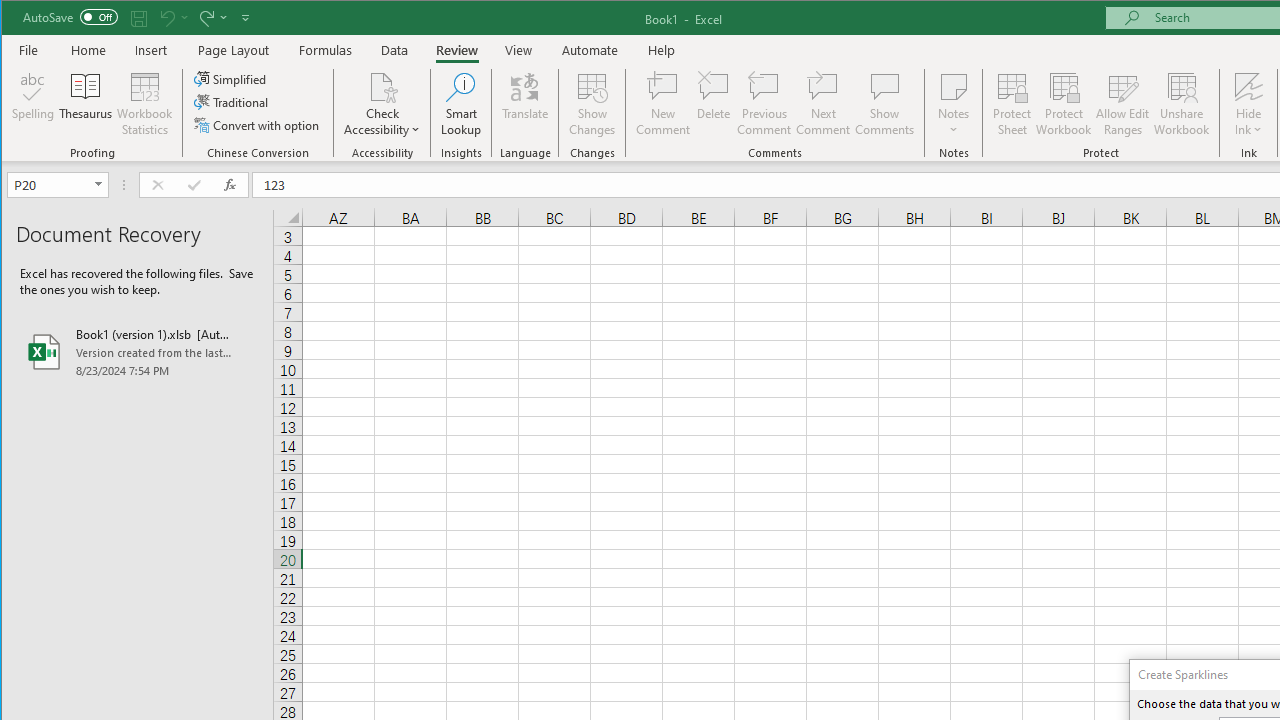 Image resolution: width=1280 pixels, height=720 pixels. What do you see at coordinates (382, 85) in the screenshot?
I see `'Check Accessibility'` at bounding box center [382, 85].